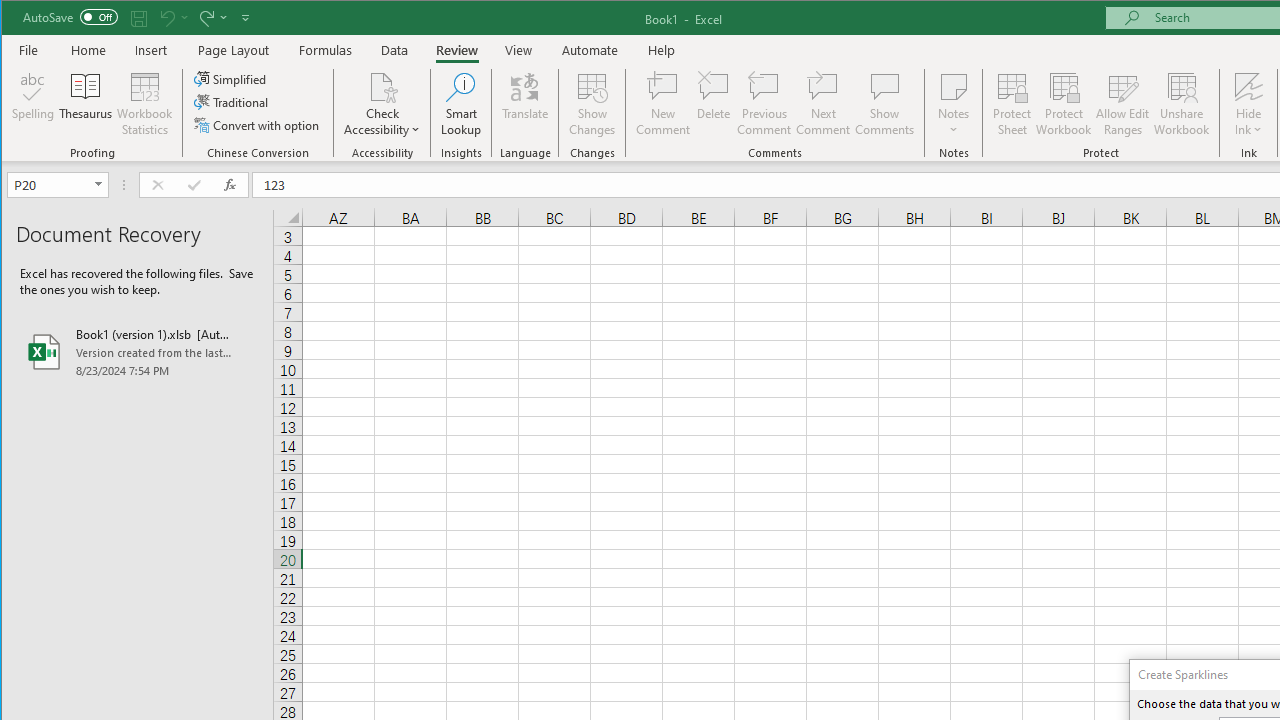 Image resolution: width=1280 pixels, height=720 pixels. What do you see at coordinates (382, 85) in the screenshot?
I see `'Check Accessibility'` at bounding box center [382, 85].